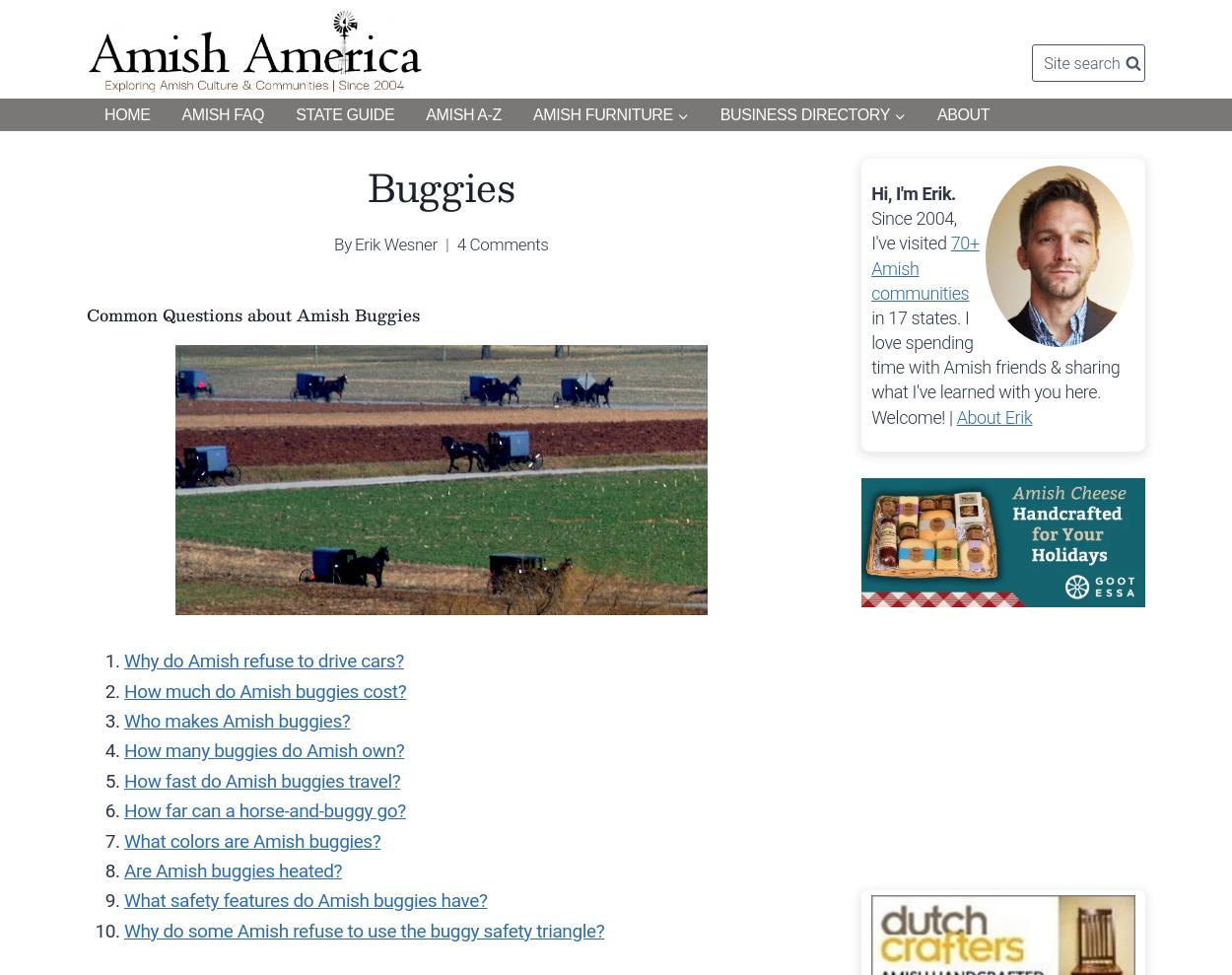  I want to click on 'About Erik', so click(993, 416).